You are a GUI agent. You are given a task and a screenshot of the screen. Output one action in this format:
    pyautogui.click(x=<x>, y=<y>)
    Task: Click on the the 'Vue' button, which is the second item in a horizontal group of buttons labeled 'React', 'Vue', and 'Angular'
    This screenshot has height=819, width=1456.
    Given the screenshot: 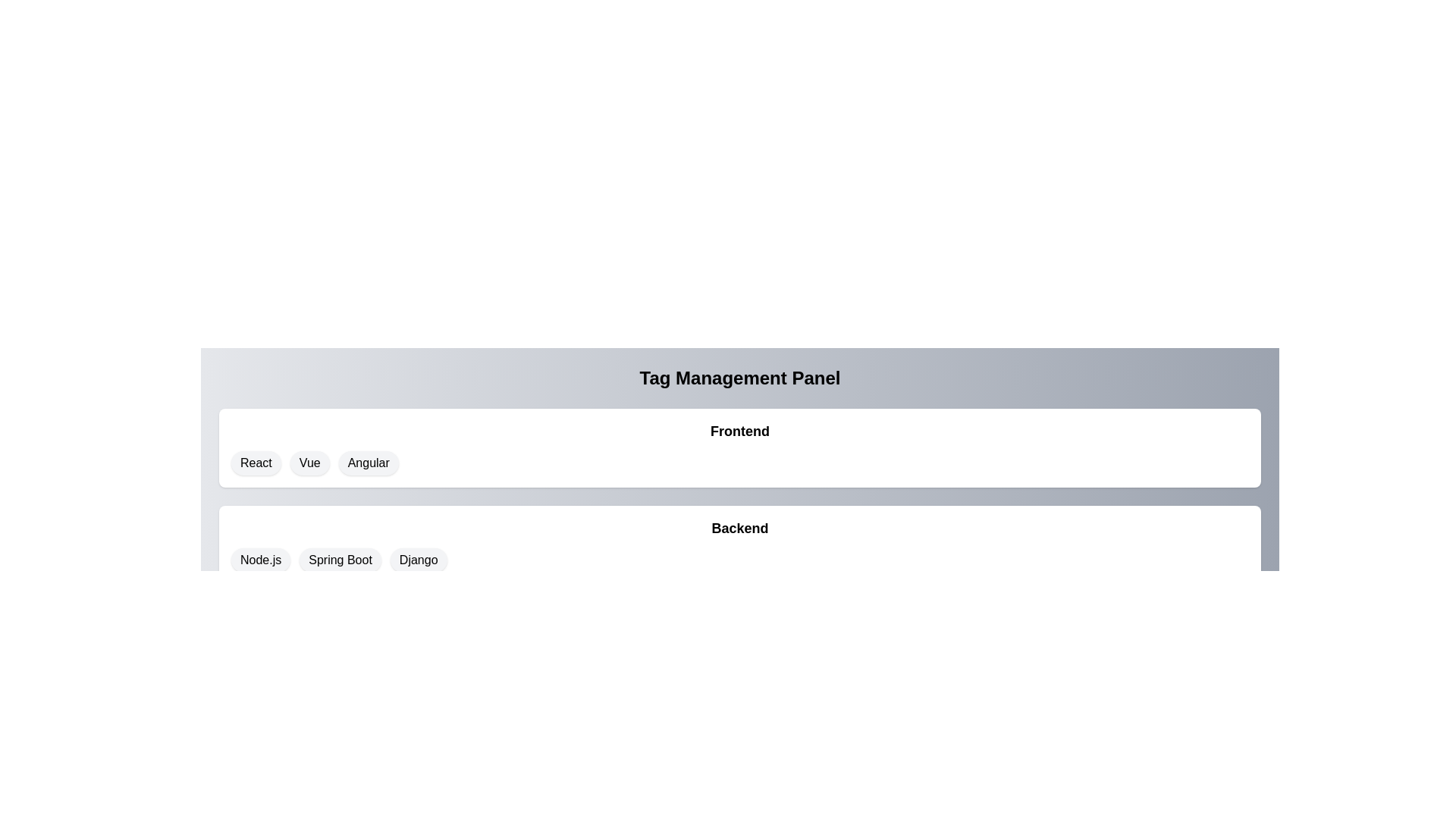 What is the action you would take?
    pyautogui.click(x=309, y=462)
    